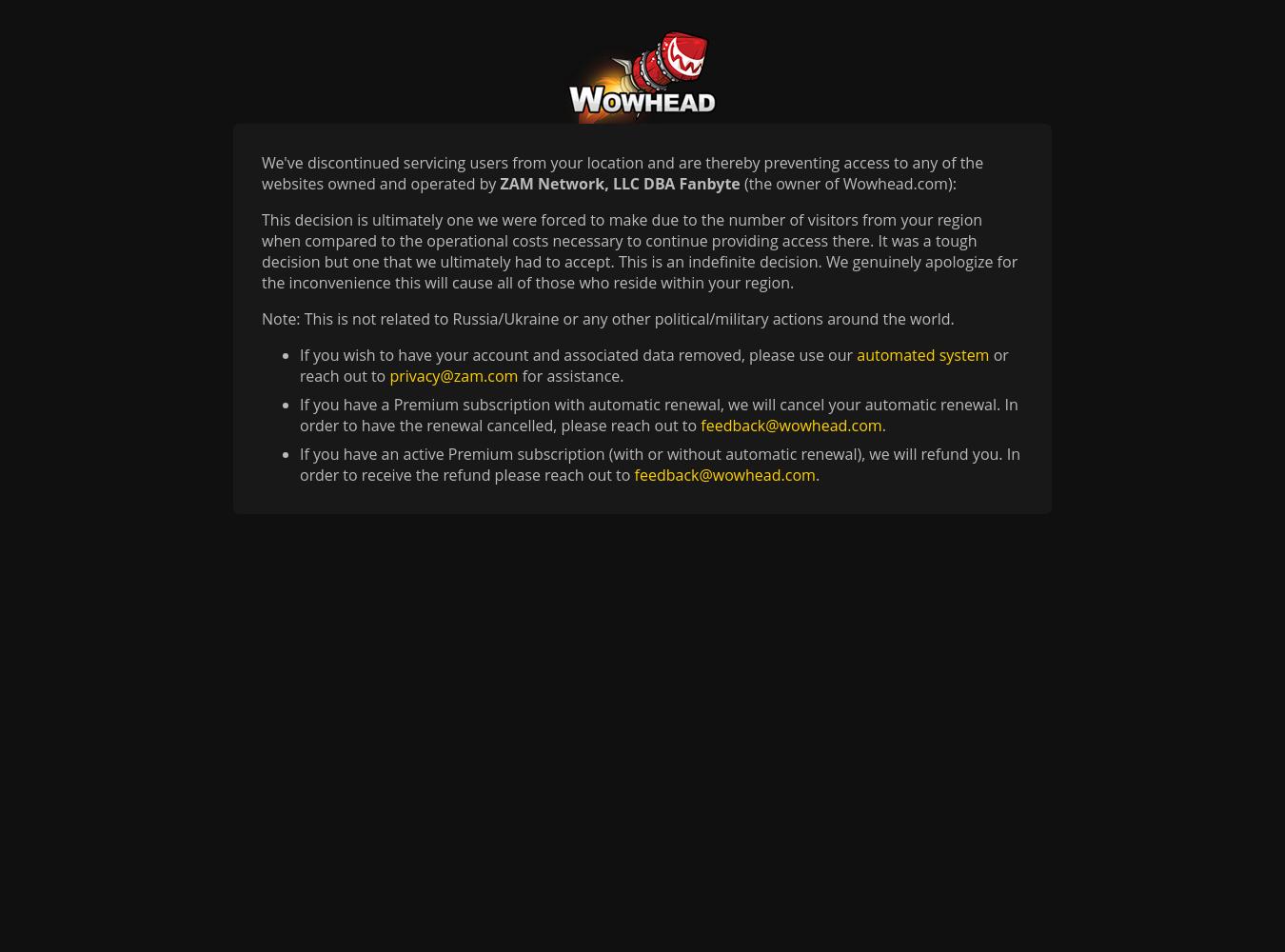 The height and width of the screenshot is (952, 1285). Describe the element at coordinates (921, 354) in the screenshot. I see `'automated system'` at that location.